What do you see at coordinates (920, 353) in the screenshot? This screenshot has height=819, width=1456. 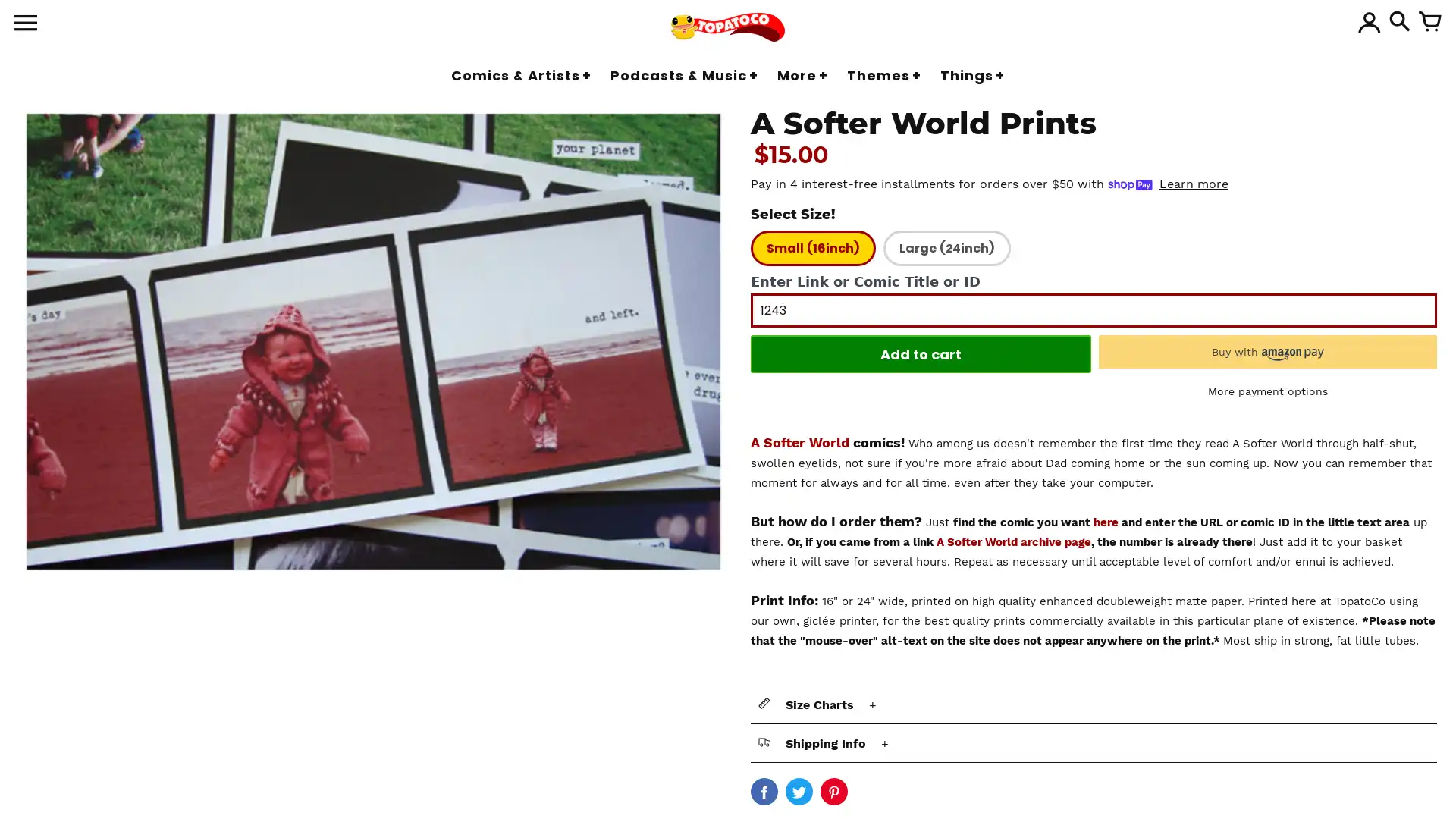 I see `Add to cart` at bounding box center [920, 353].